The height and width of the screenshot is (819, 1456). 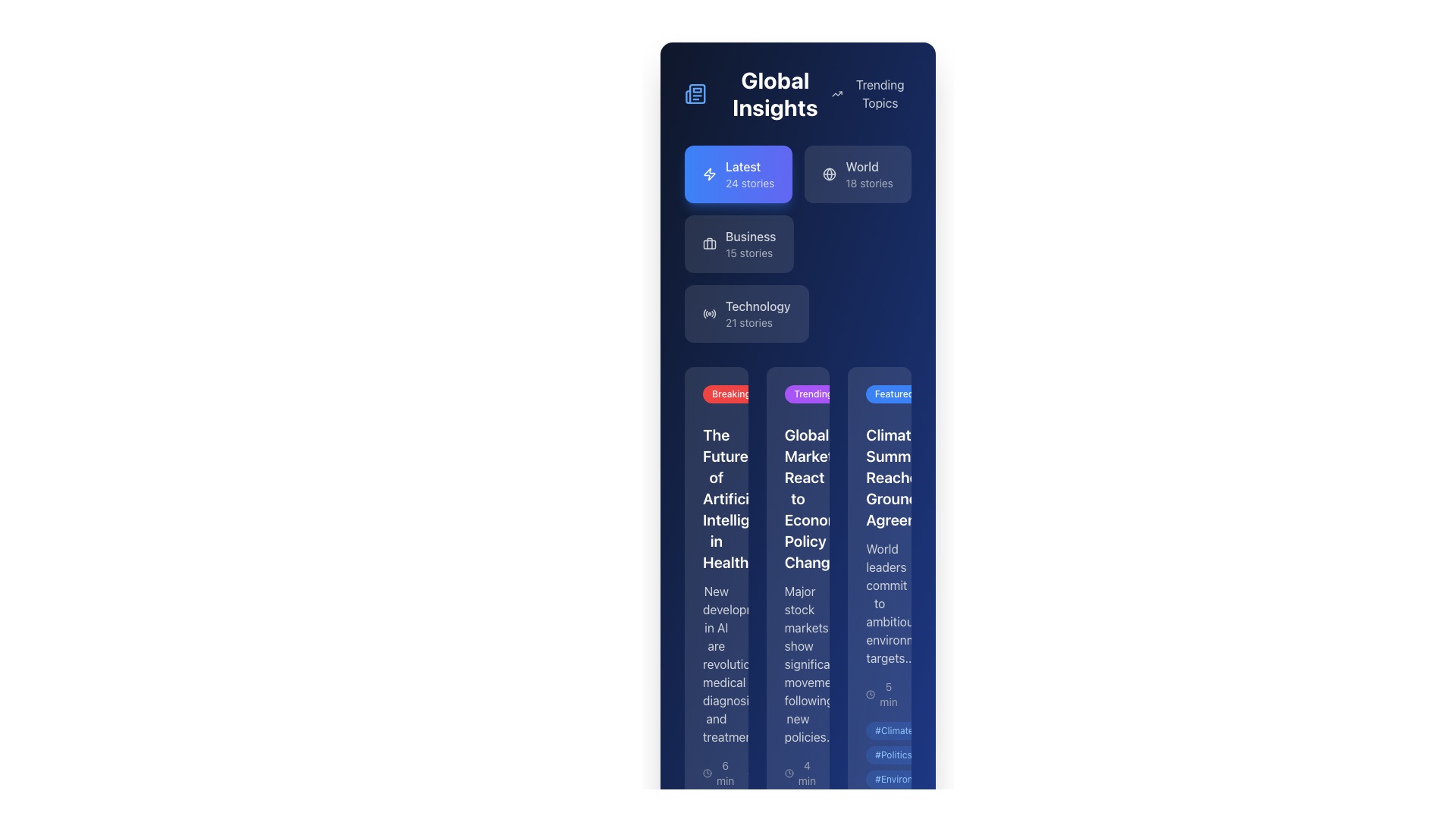 I want to click on 'Business' text label that signifies the Business section of the application, located to the right of the category icon, above the '15 stories' text component, so click(x=751, y=237).